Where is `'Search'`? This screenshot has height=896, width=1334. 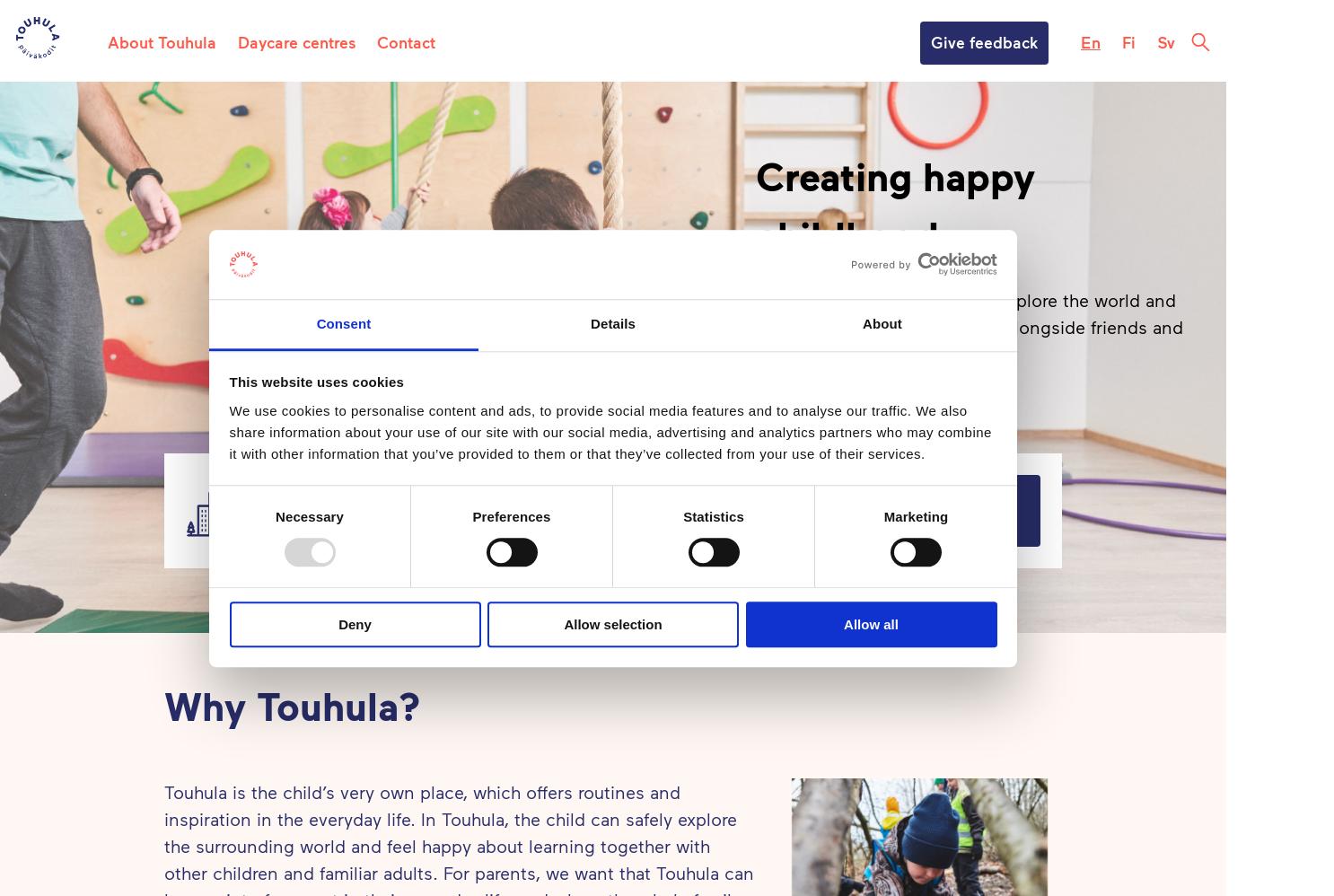
'Search' is located at coordinates (932, 509).